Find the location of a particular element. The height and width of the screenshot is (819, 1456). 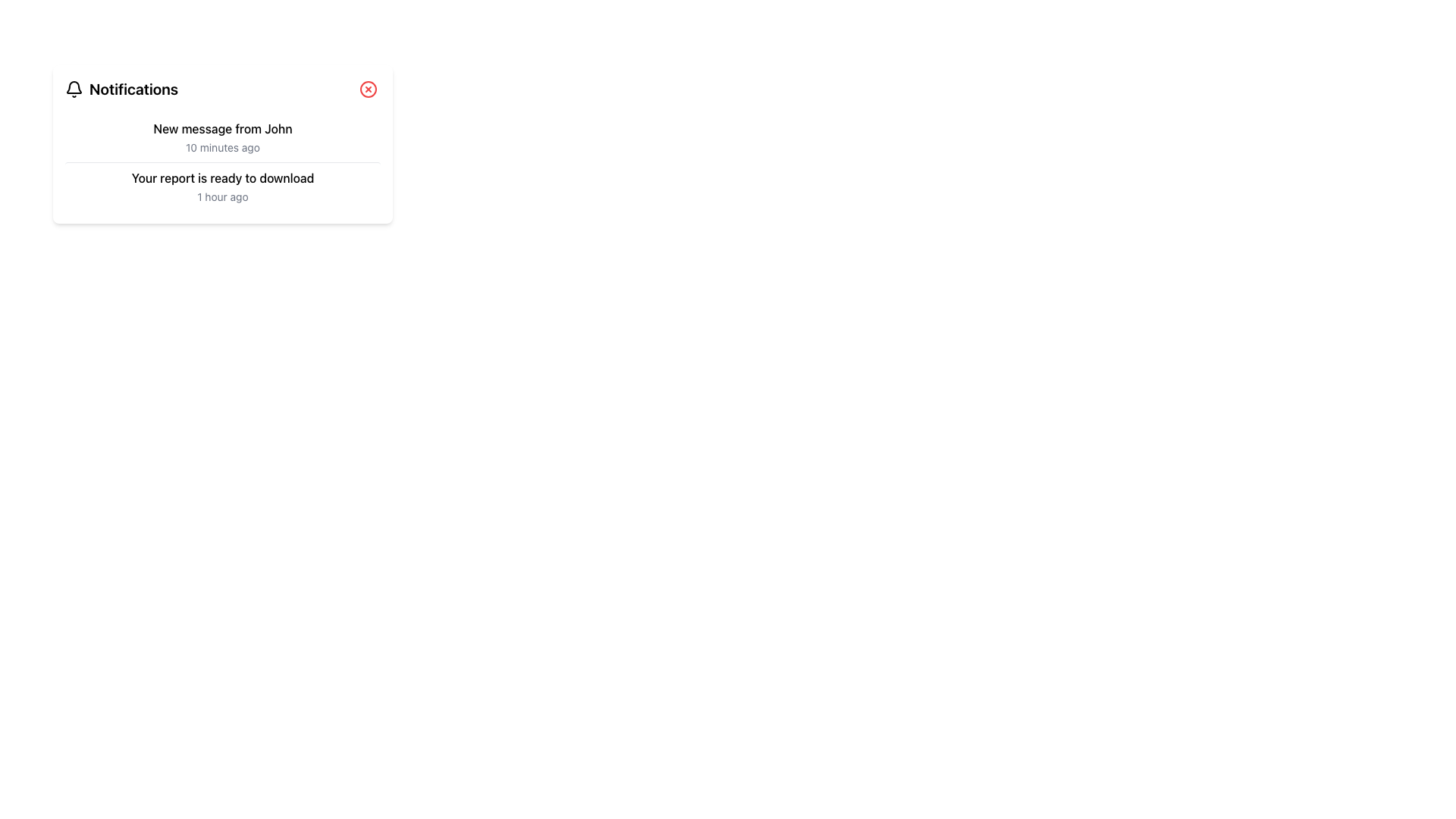

the first notification item displaying the message 'New message from John' with a timestamp '10 minutes ago' is located at coordinates (221, 137).